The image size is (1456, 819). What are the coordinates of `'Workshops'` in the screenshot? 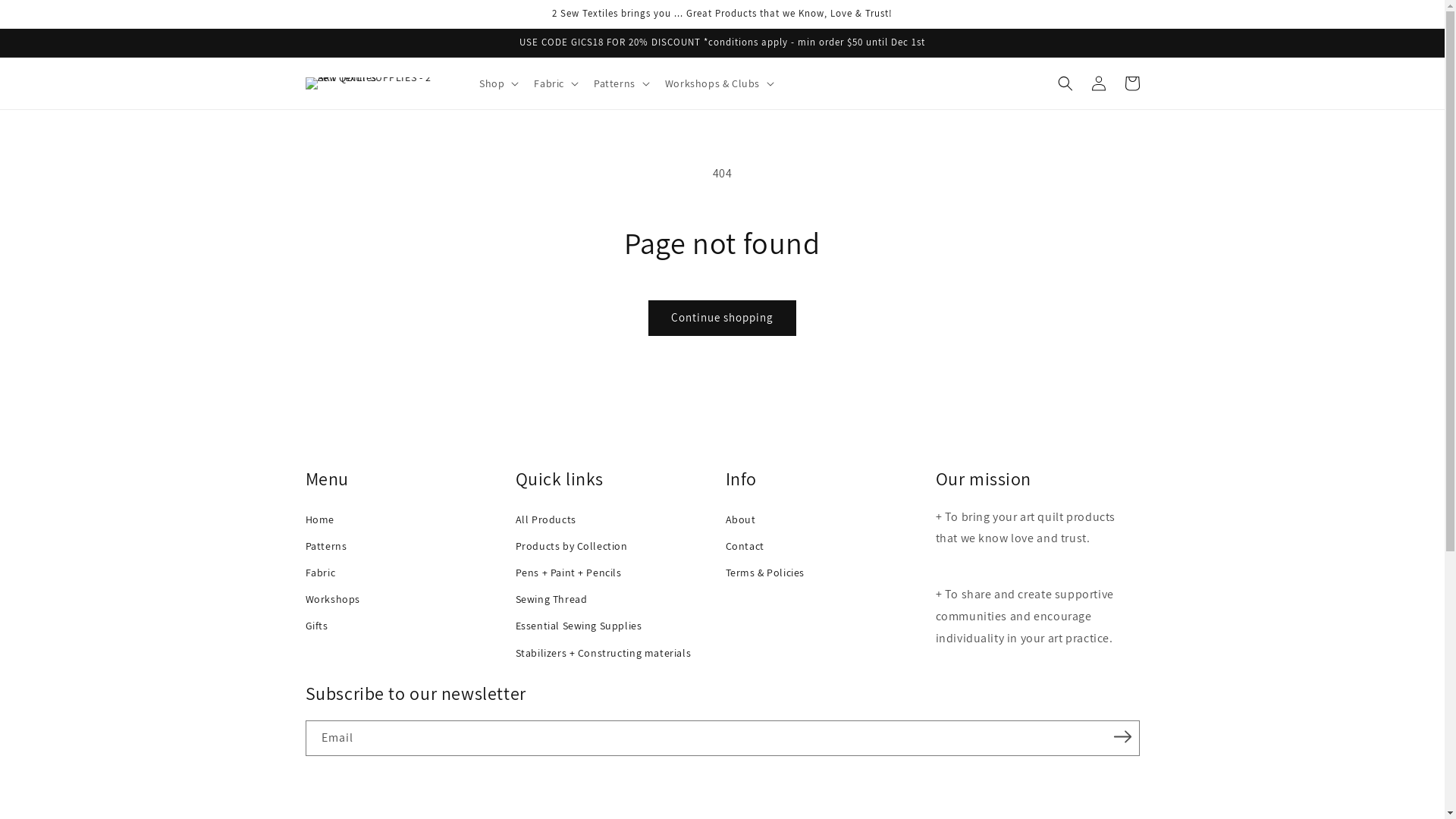 It's located at (304, 598).